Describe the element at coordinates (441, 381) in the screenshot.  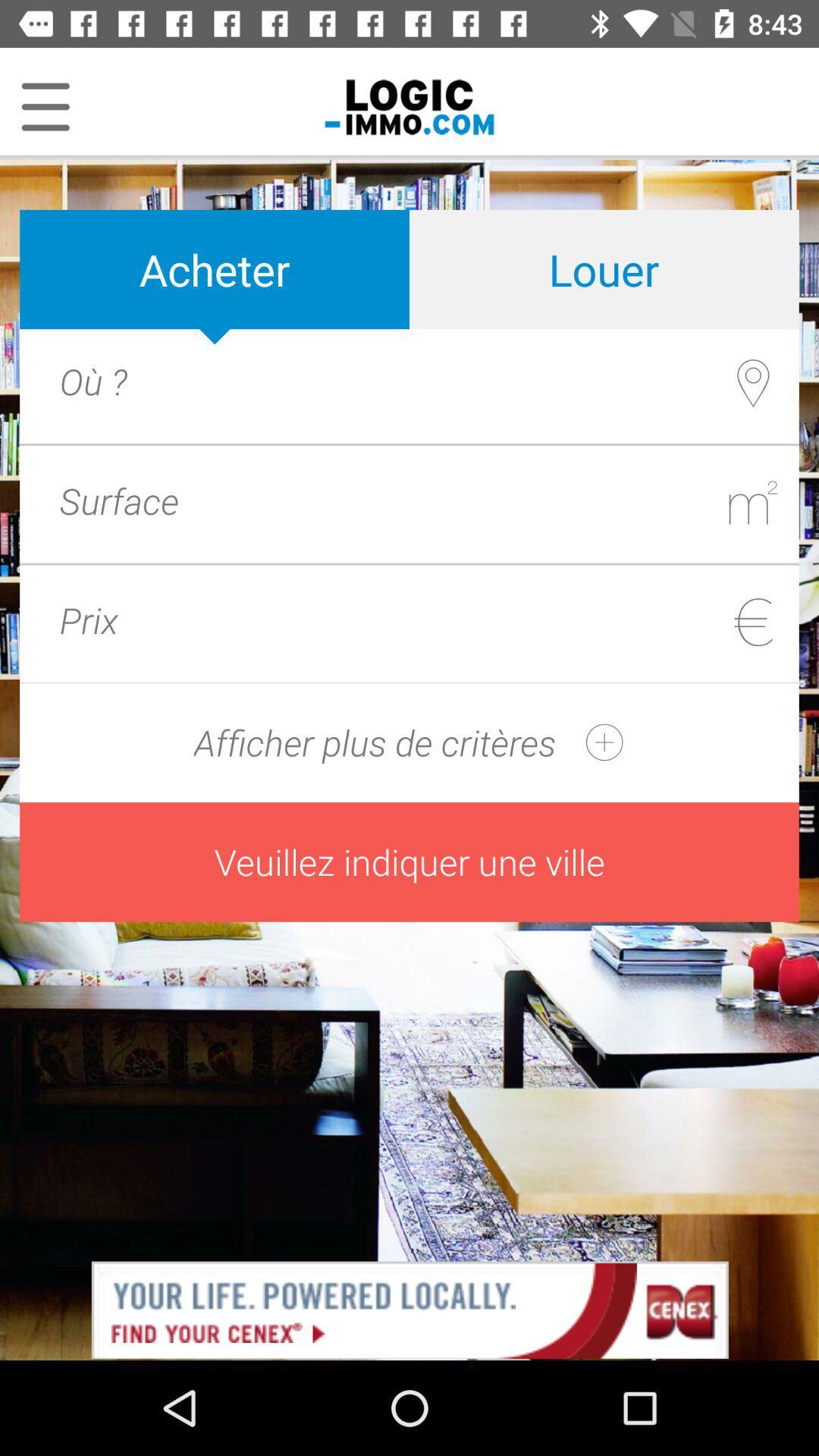
I see `acheter the article` at that location.